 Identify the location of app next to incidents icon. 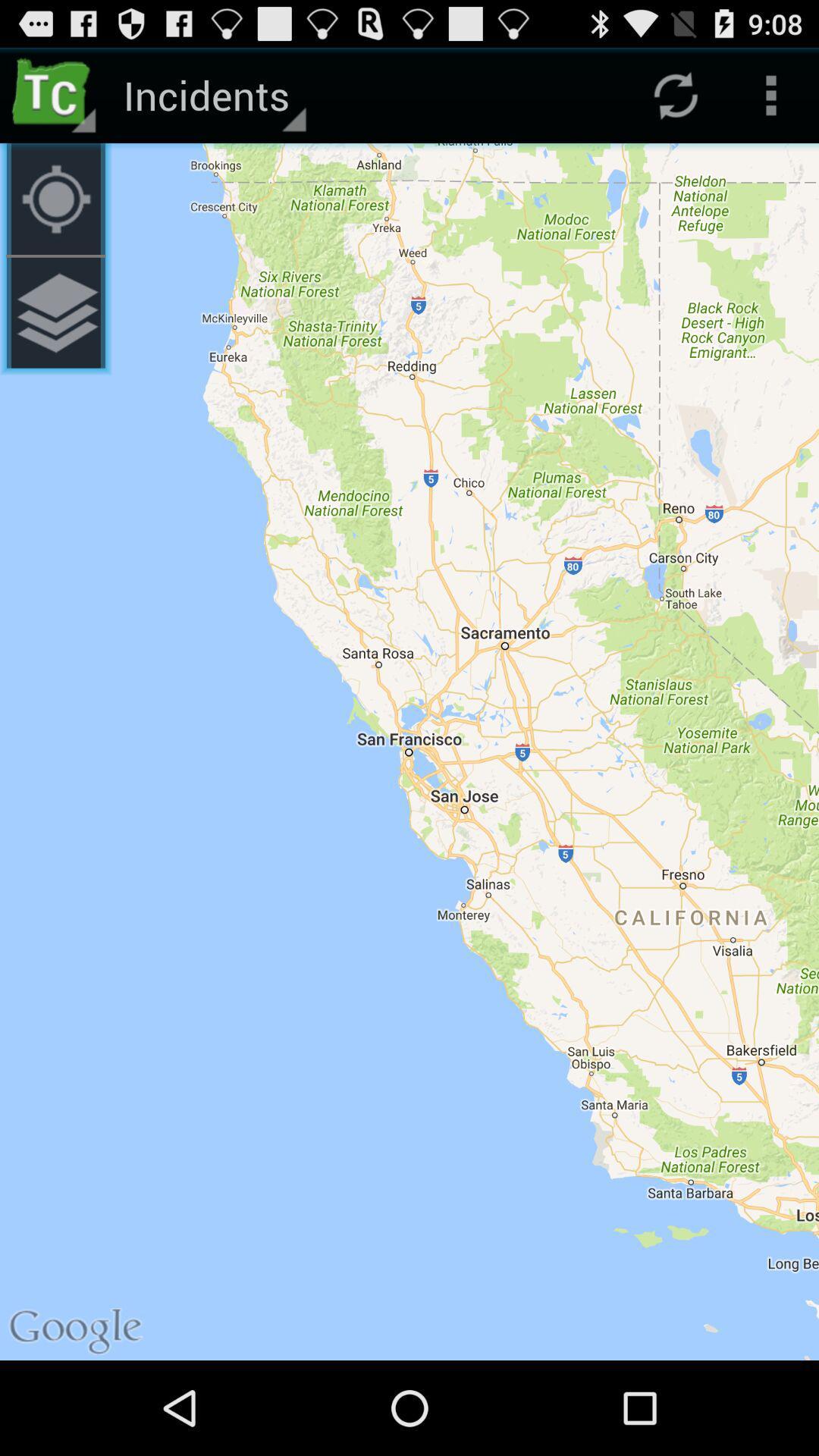
(55, 198).